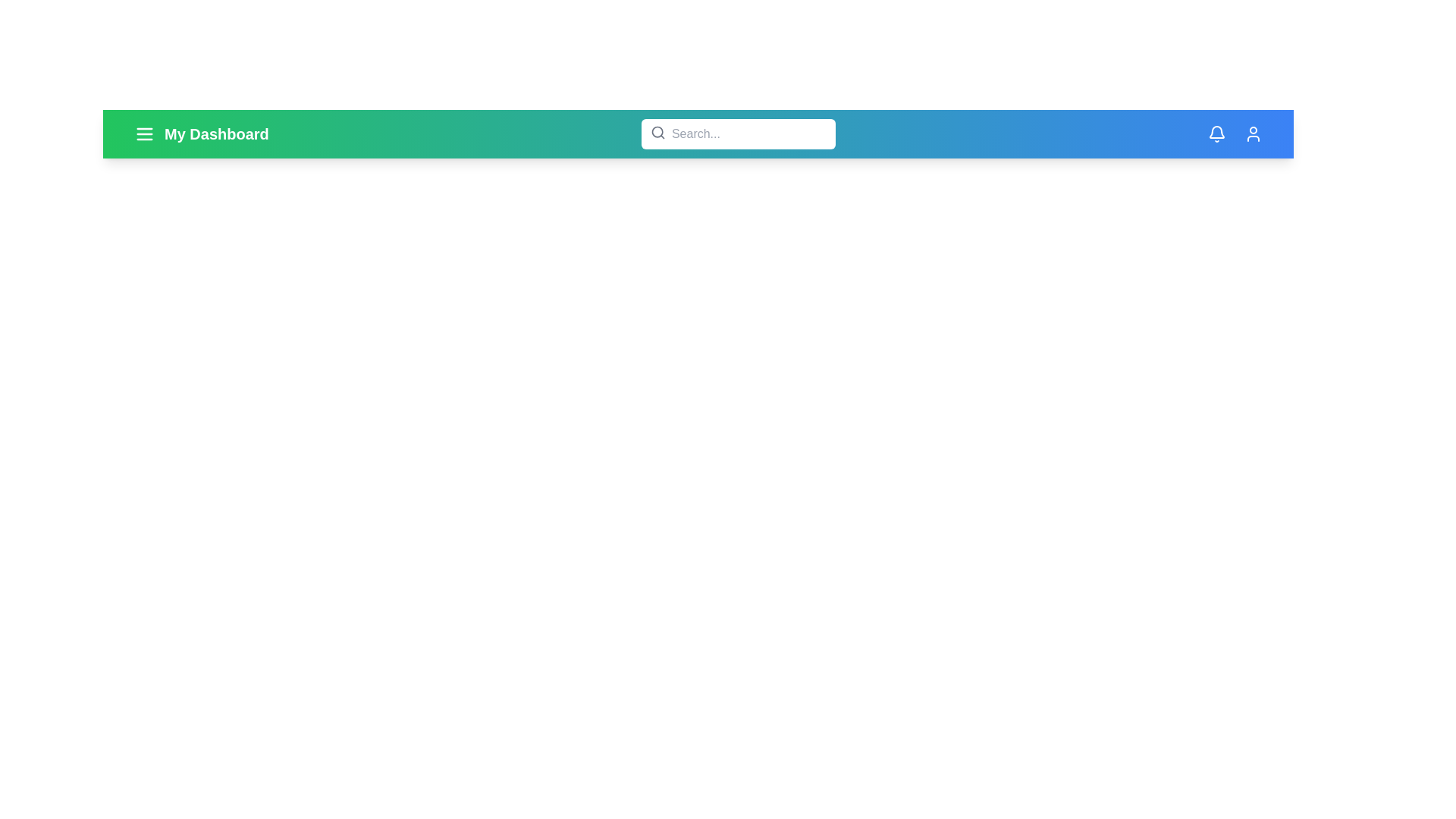 This screenshot has width=1456, height=819. What do you see at coordinates (1253, 133) in the screenshot?
I see `the user icon to open the user profile` at bounding box center [1253, 133].